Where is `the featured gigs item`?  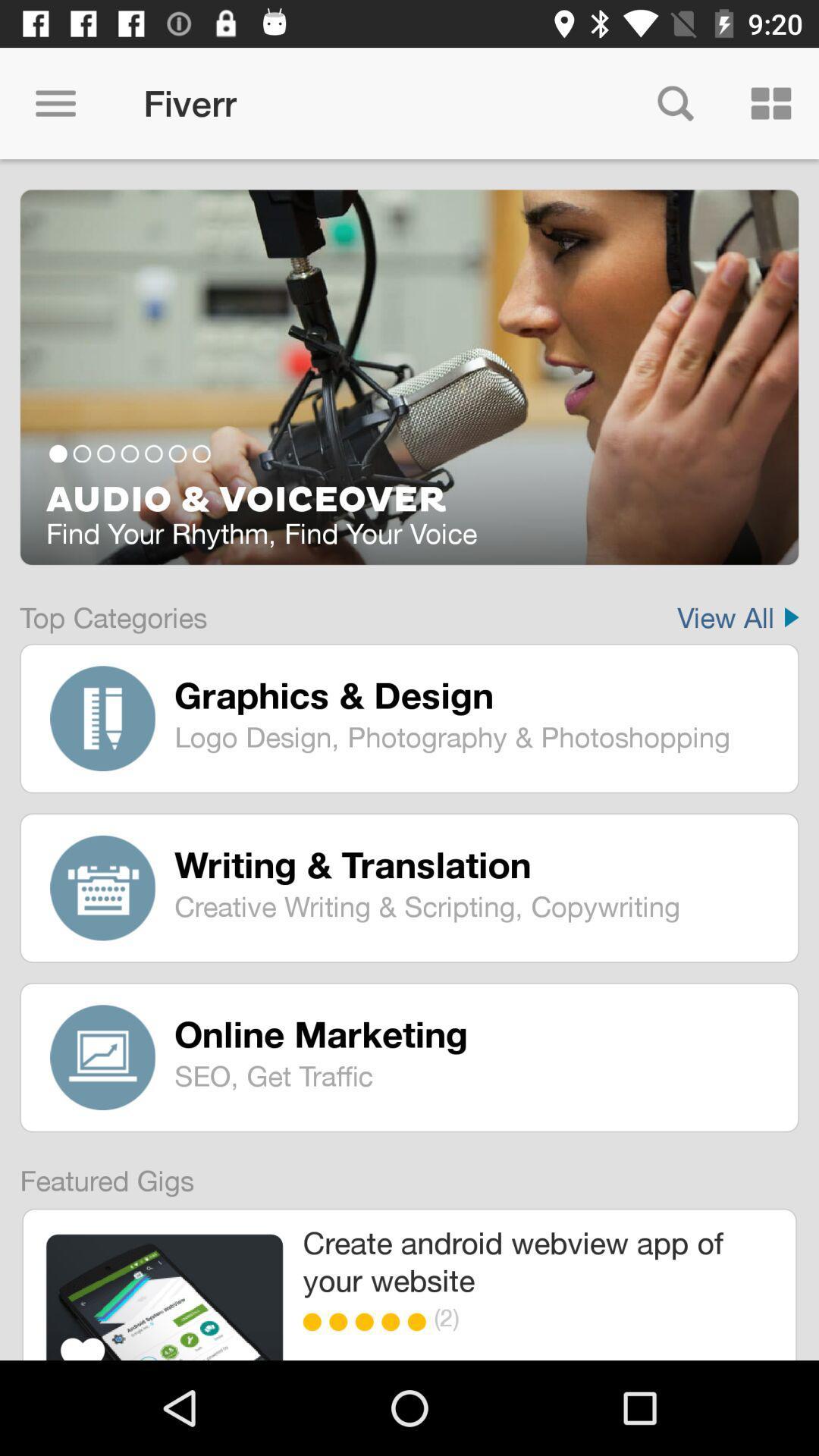 the featured gigs item is located at coordinates (96, 1173).